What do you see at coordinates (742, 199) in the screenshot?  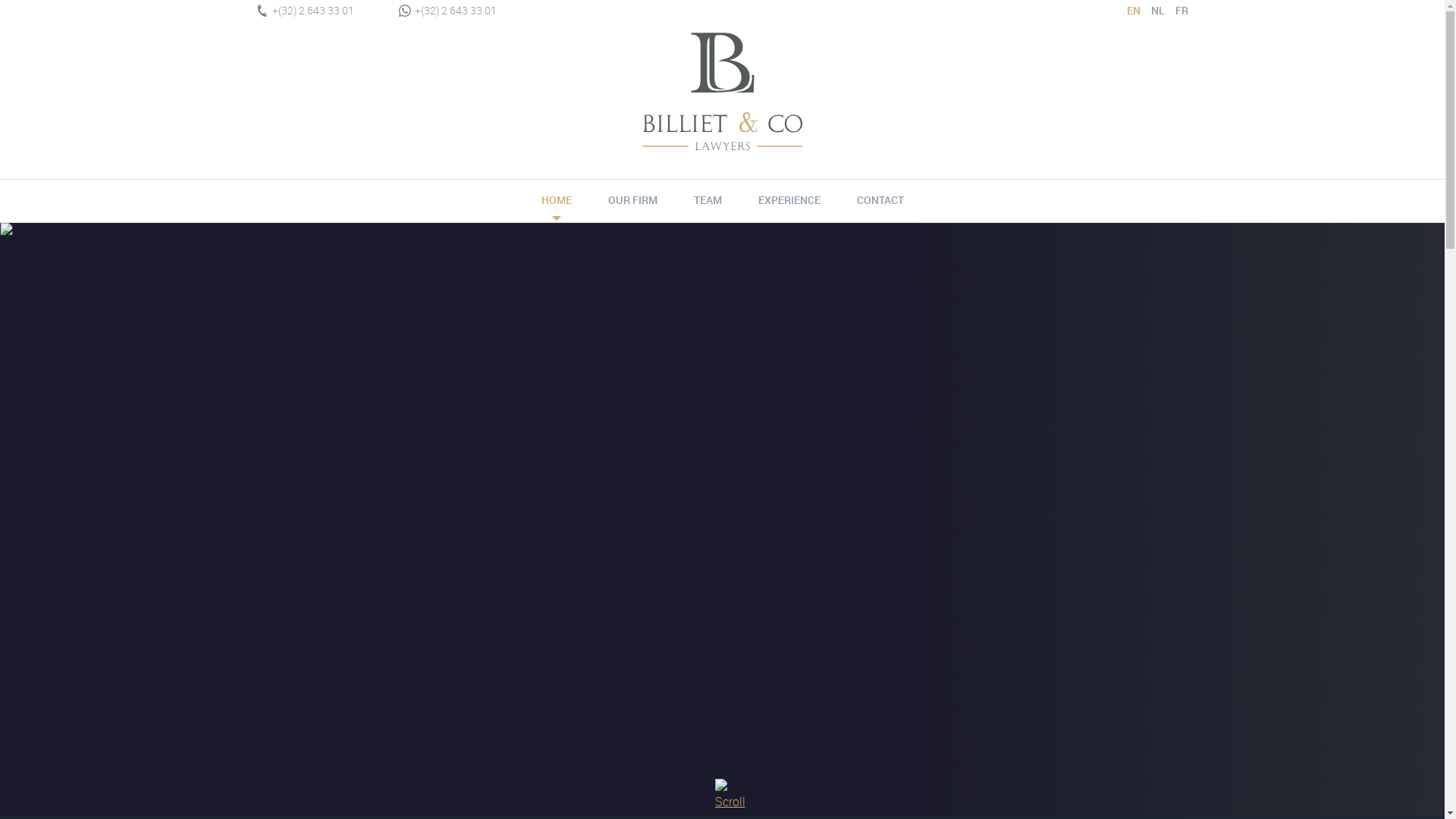 I see `'EXPERIENCE'` at bounding box center [742, 199].